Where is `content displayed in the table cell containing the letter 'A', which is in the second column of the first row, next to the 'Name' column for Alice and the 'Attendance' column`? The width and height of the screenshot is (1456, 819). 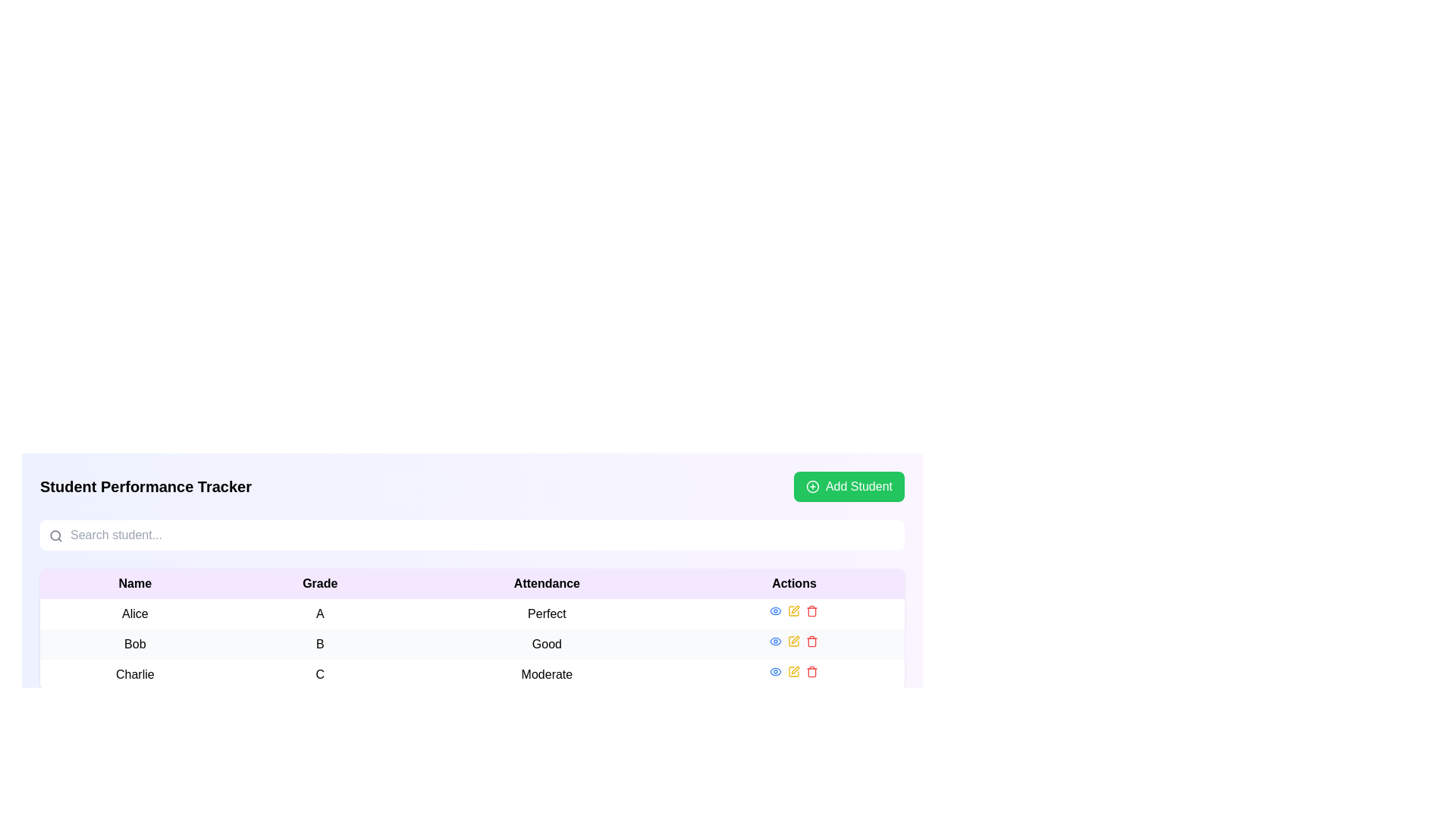 content displayed in the table cell containing the letter 'A', which is in the second column of the first row, next to the 'Name' column for Alice and the 'Attendance' column is located at coordinates (319, 614).